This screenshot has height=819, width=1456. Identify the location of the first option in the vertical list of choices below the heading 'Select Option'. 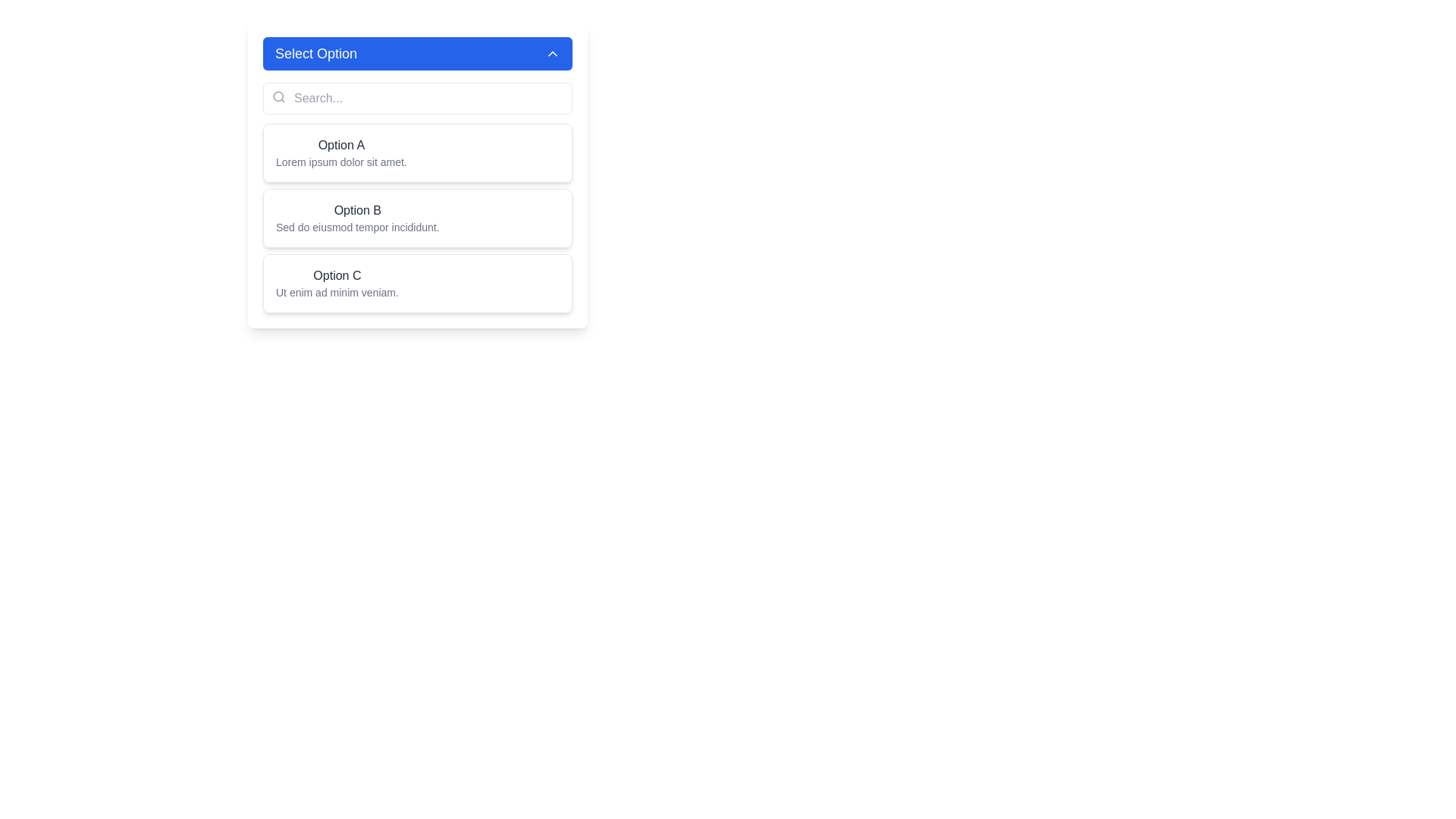
(340, 152).